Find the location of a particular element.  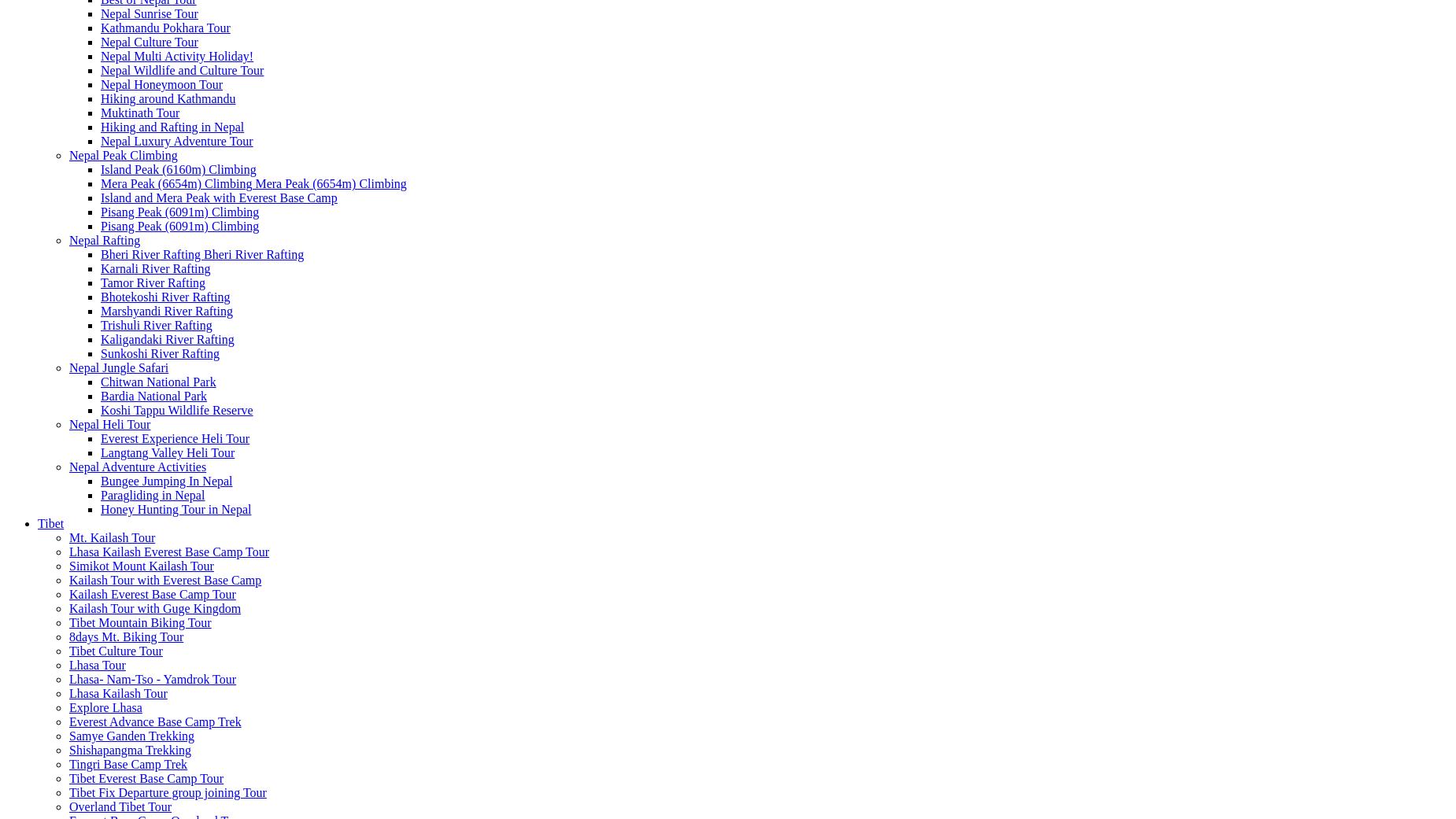

'Explore Lhasa' is located at coordinates (68, 706).